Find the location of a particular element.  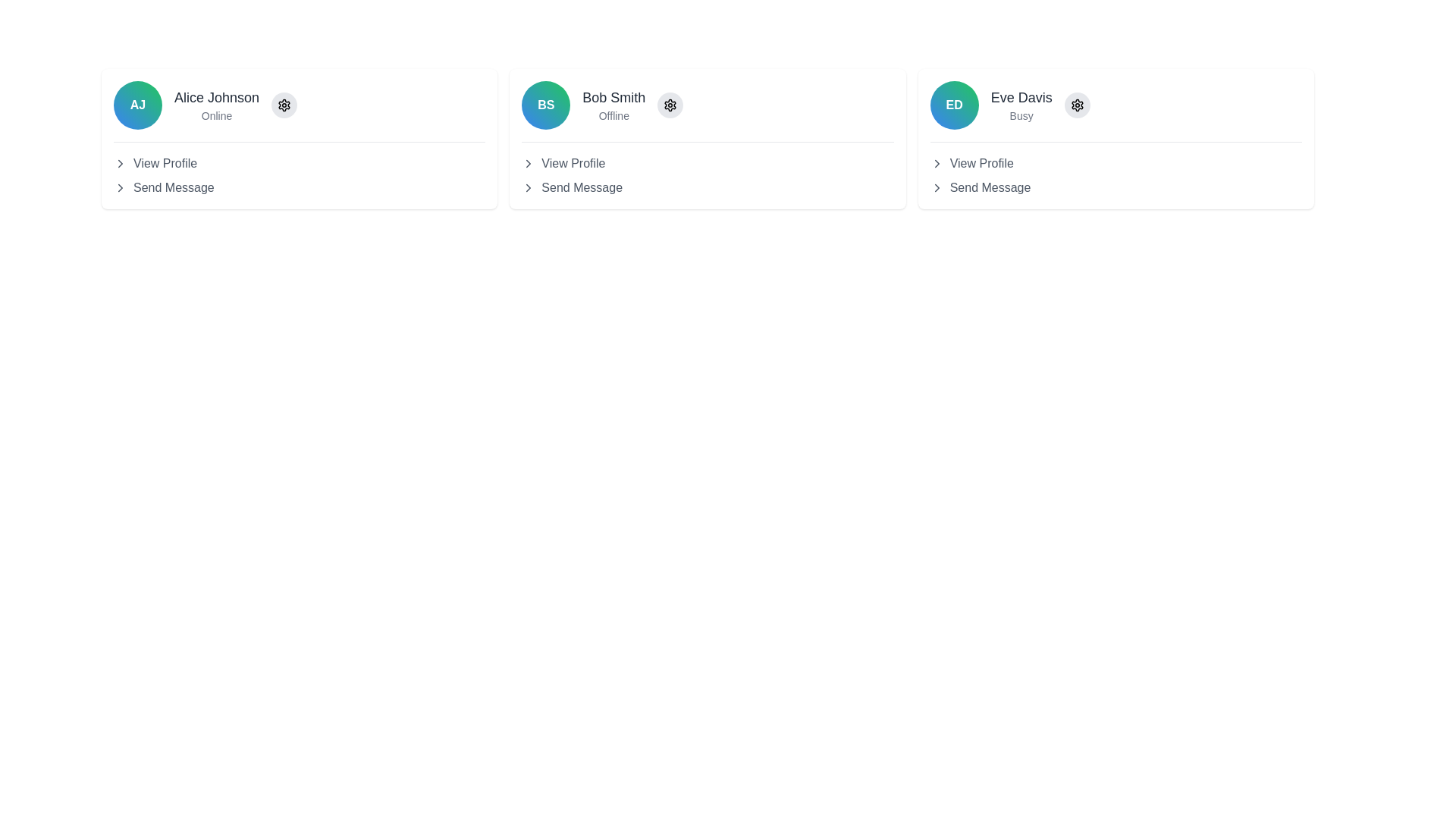

the interactive list element related to the user 'Bob Smith' is located at coordinates (707, 174).